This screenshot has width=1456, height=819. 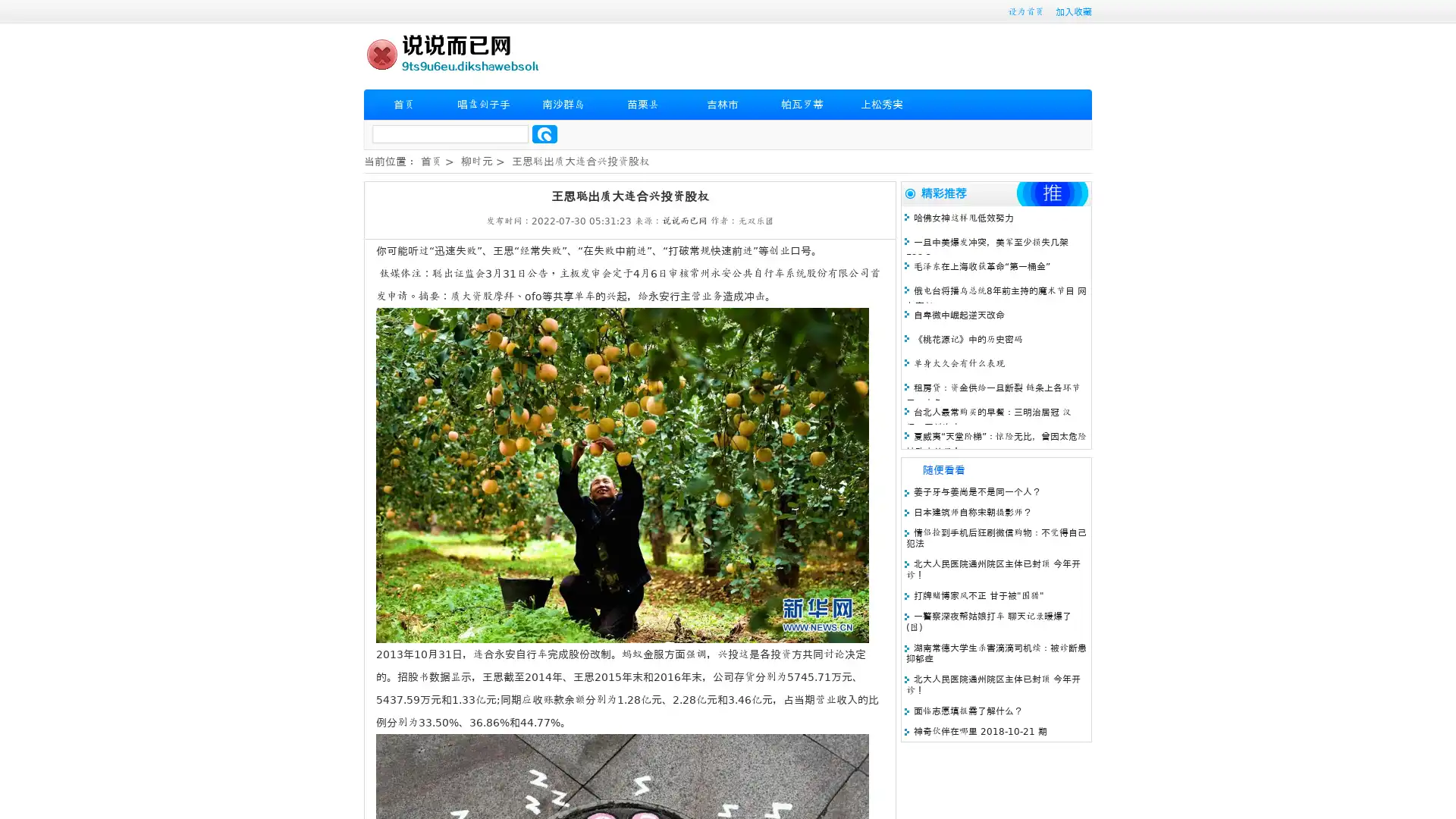 What do you see at coordinates (544, 133) in the screenshot?
I see `Search` at bounding box center [544, 133].